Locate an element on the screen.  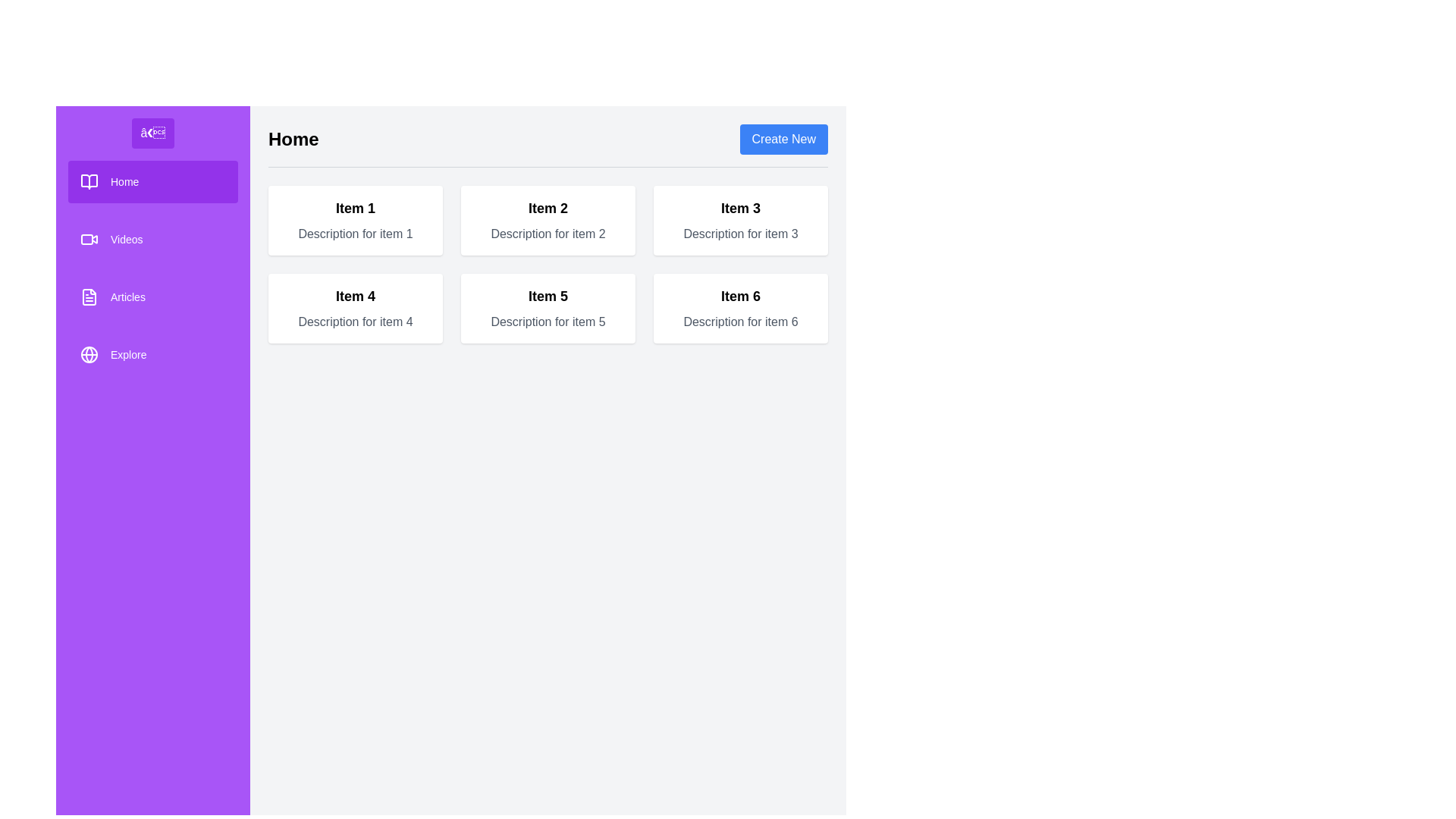
the card in the grid layout is located at coordinates (548, 263).